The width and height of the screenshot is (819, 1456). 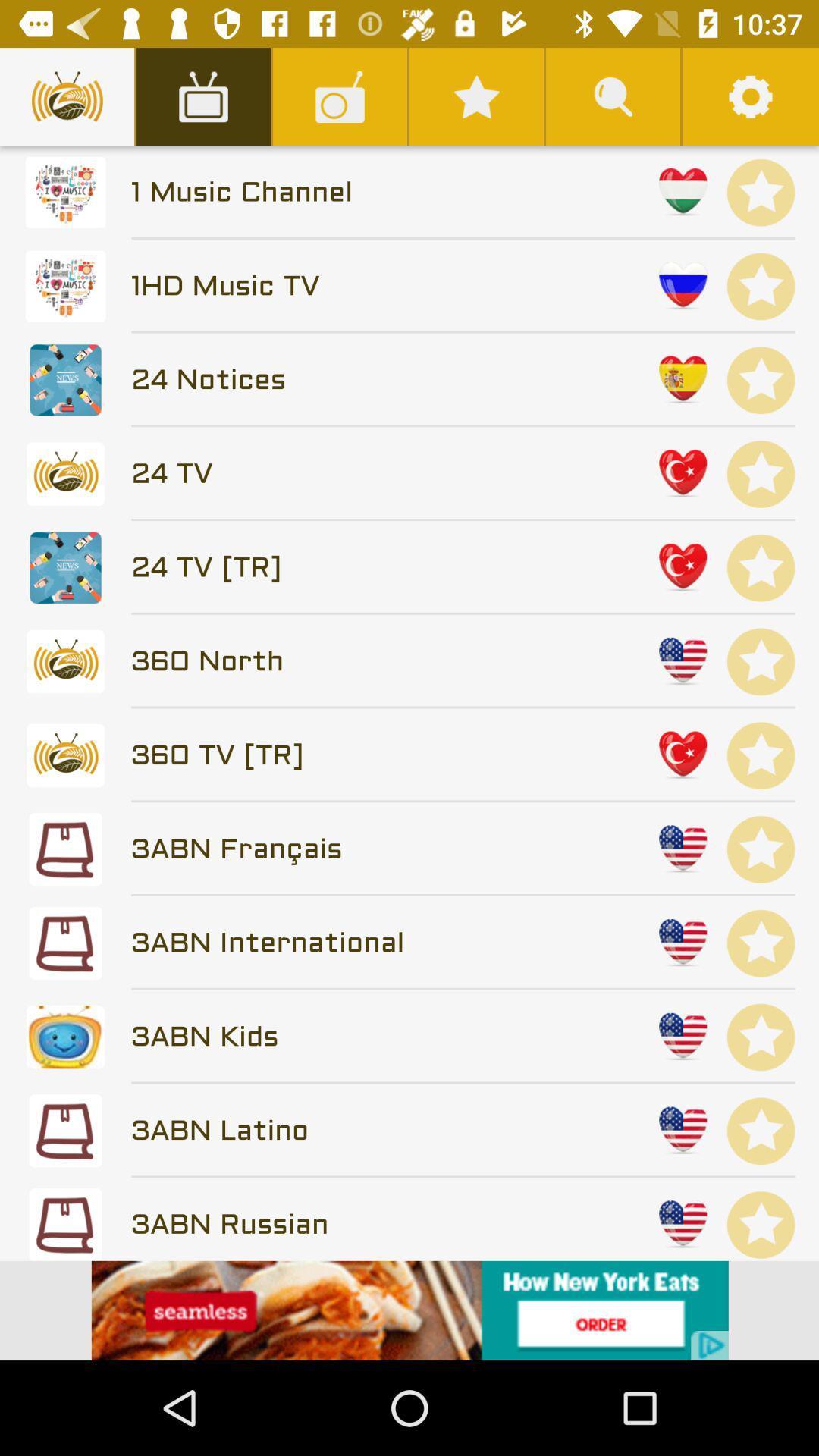 What do you see at coordinates (409, 1310) in the screenshot?
I see `clickable advertisement` at bounding box center [409, 1310].